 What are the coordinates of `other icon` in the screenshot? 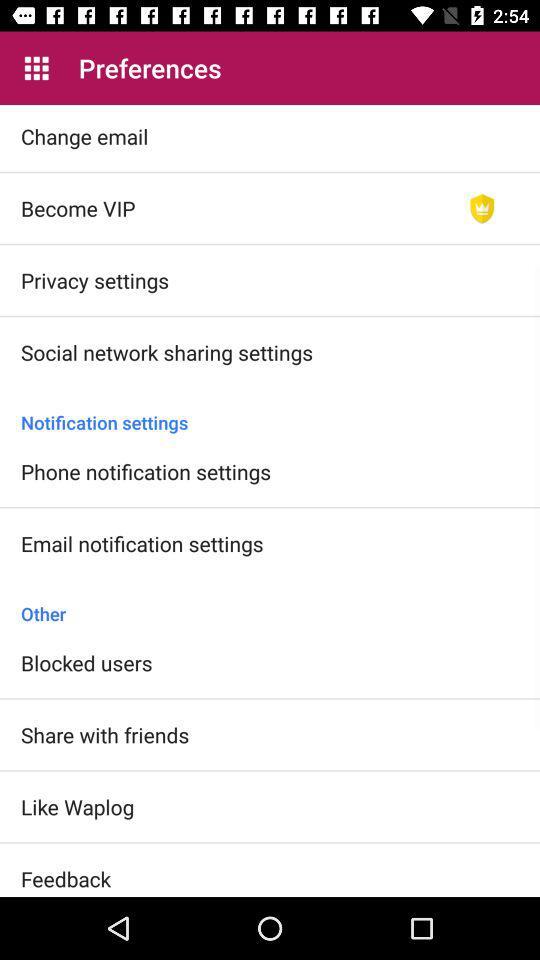 It's located at (270, 602).